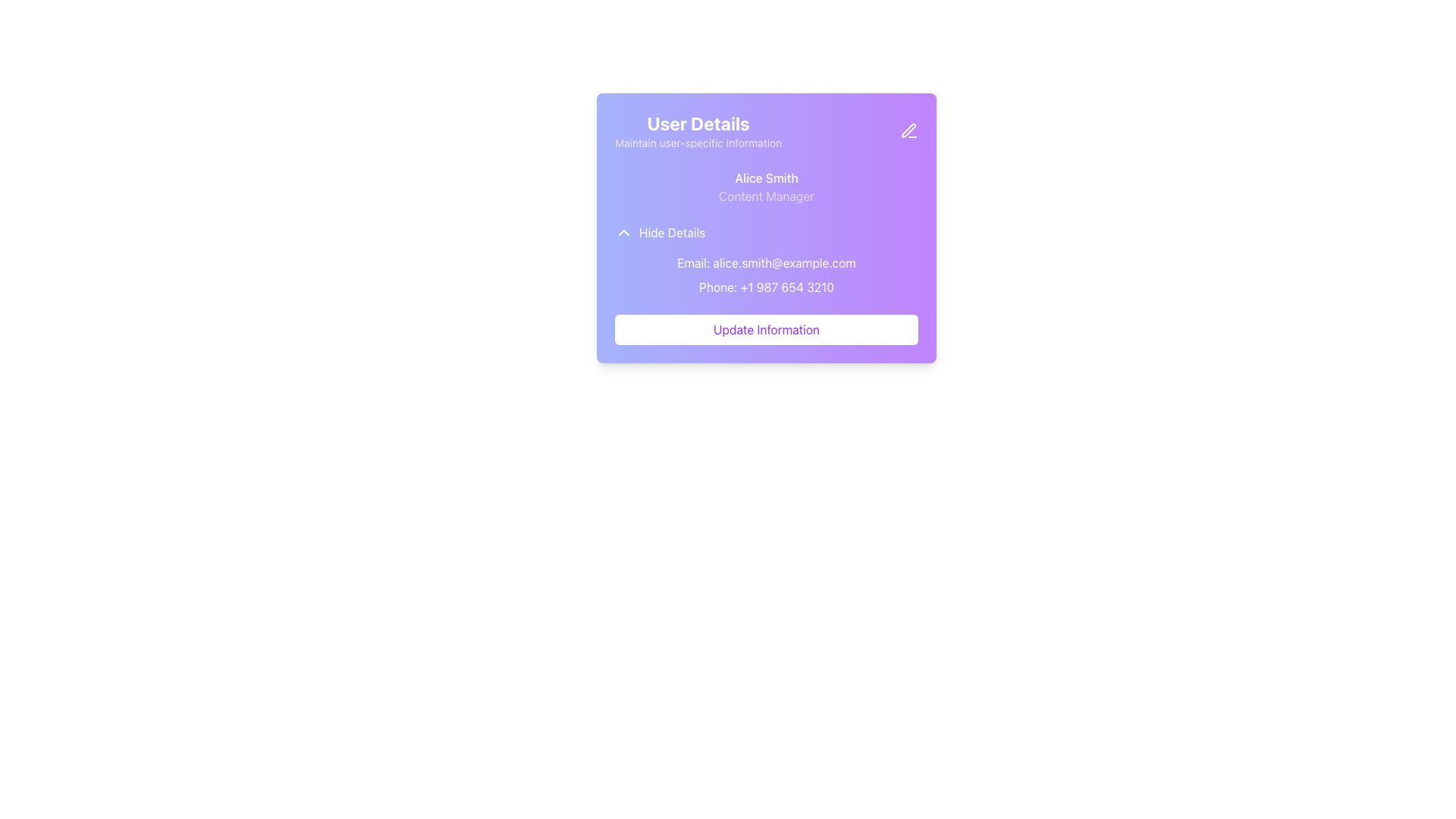  What do you see at coordinates (767, 262) in the screenshot?
I see `static text element displaying the email address 'Email: alice.smith@example.com', which is visually represented in white color on a purple background, positioned above the phone number text` at bounding box center [767, 262].